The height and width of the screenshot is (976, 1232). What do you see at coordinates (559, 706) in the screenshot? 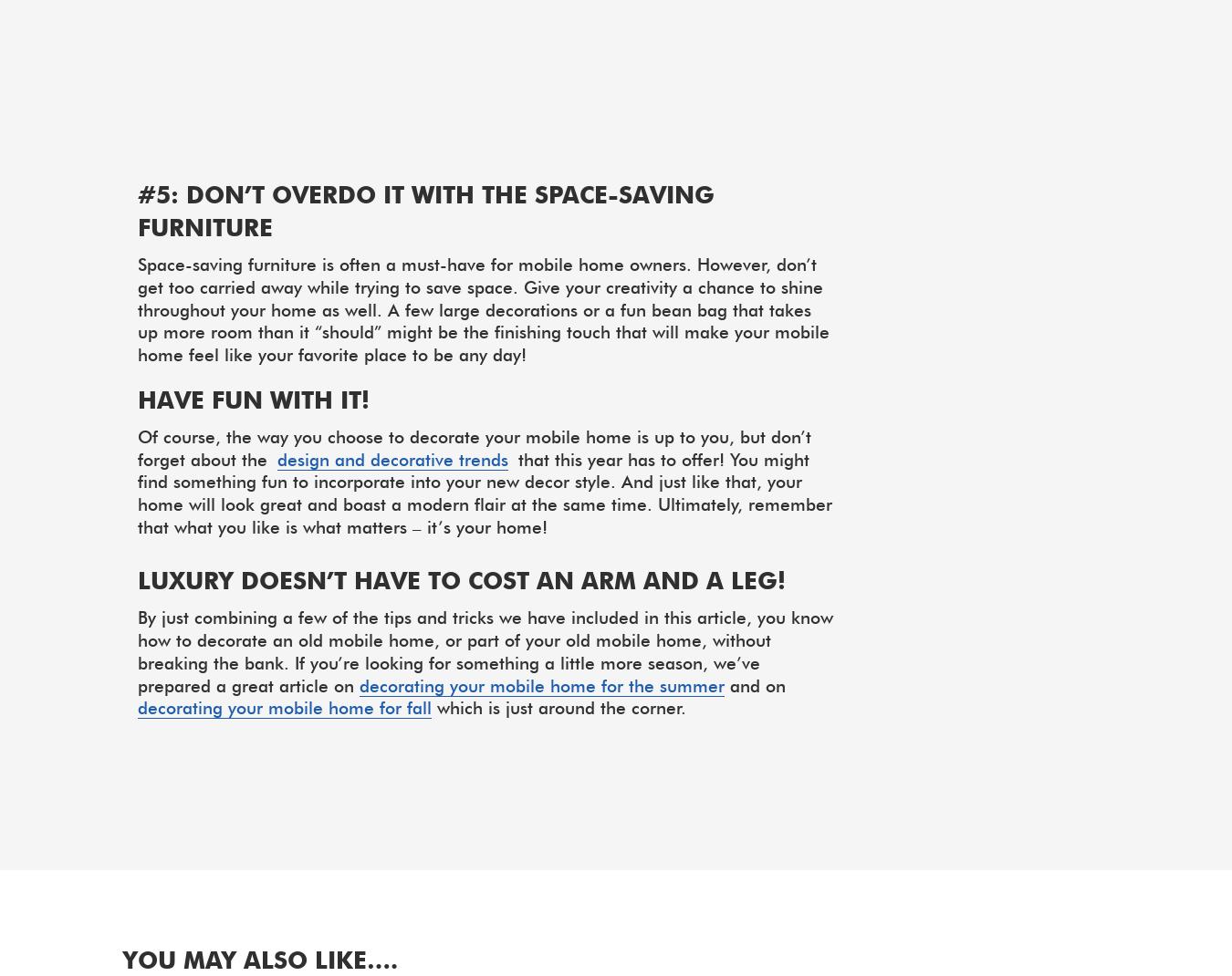
I see `'which is just around the corner.'` at bounding box center [559, 706].